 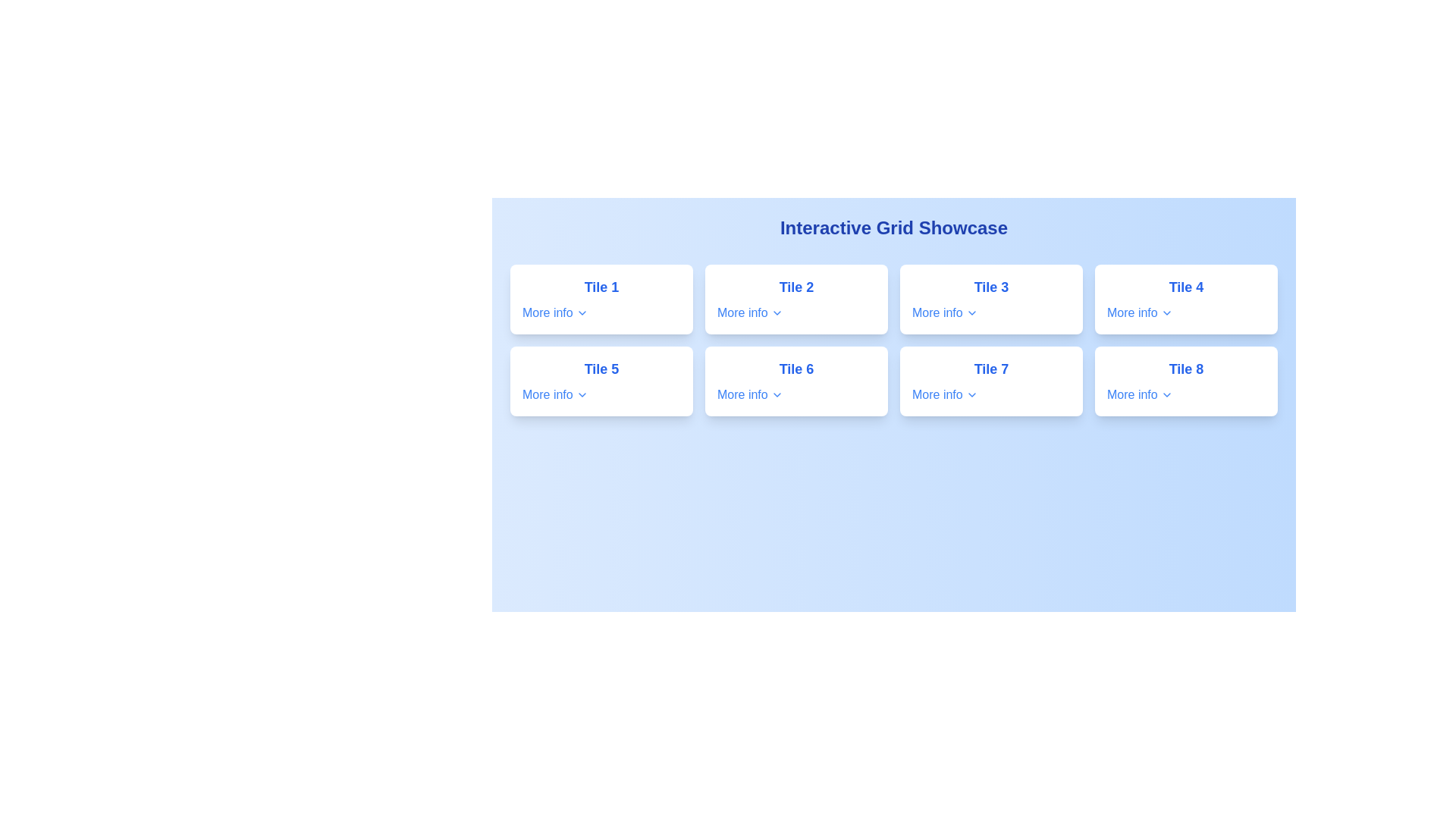 What do you see at coordinates (1139, 312) in the screenshot?
I see `the button located in 'Tile 4'` at bounding box center [1139, 312].